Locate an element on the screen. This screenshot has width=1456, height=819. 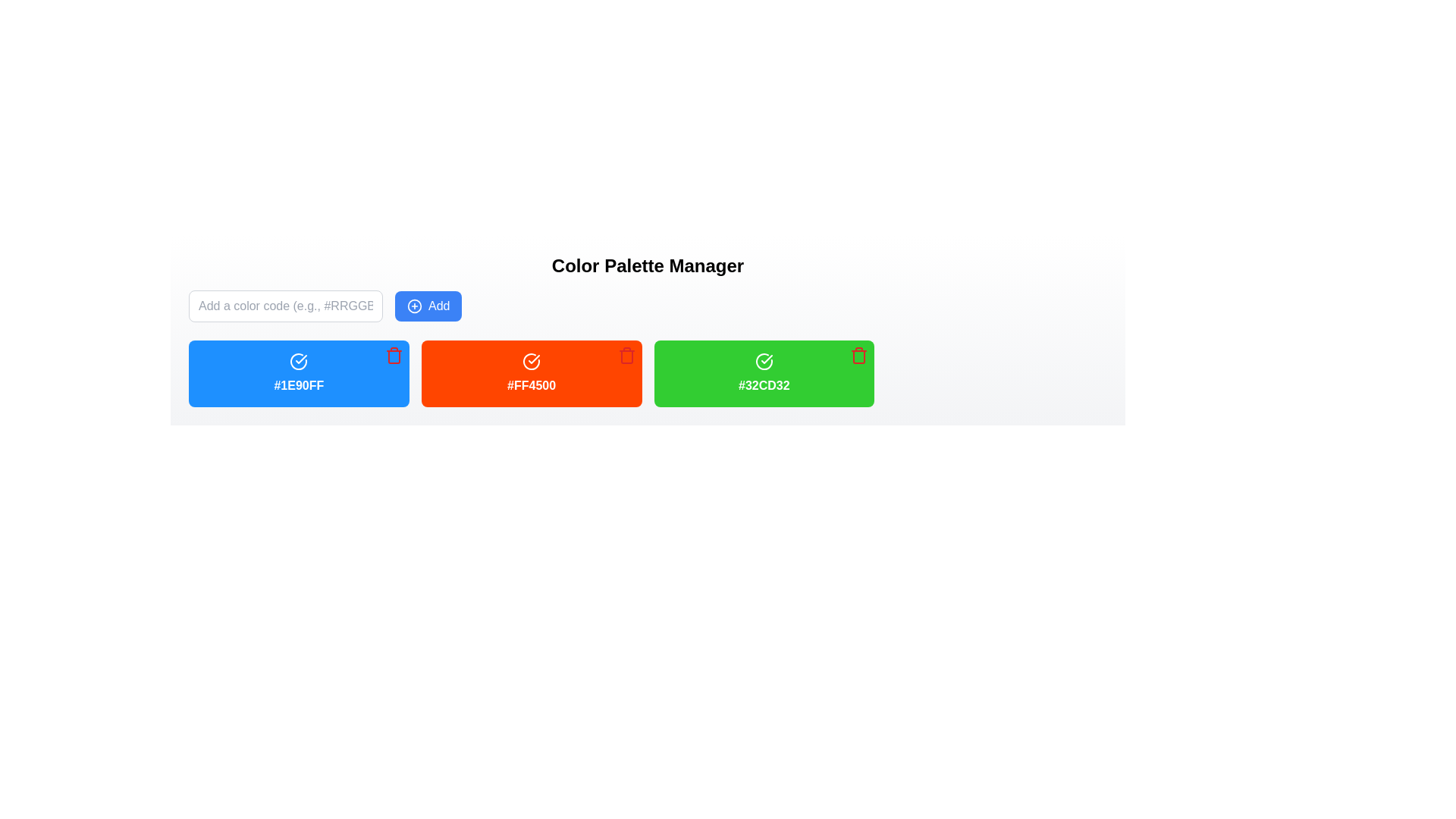
text displayed in the informational label showing the color code for the green background, located in the third block from the left, below the checkmark icon is located at coordinates (764, 385).